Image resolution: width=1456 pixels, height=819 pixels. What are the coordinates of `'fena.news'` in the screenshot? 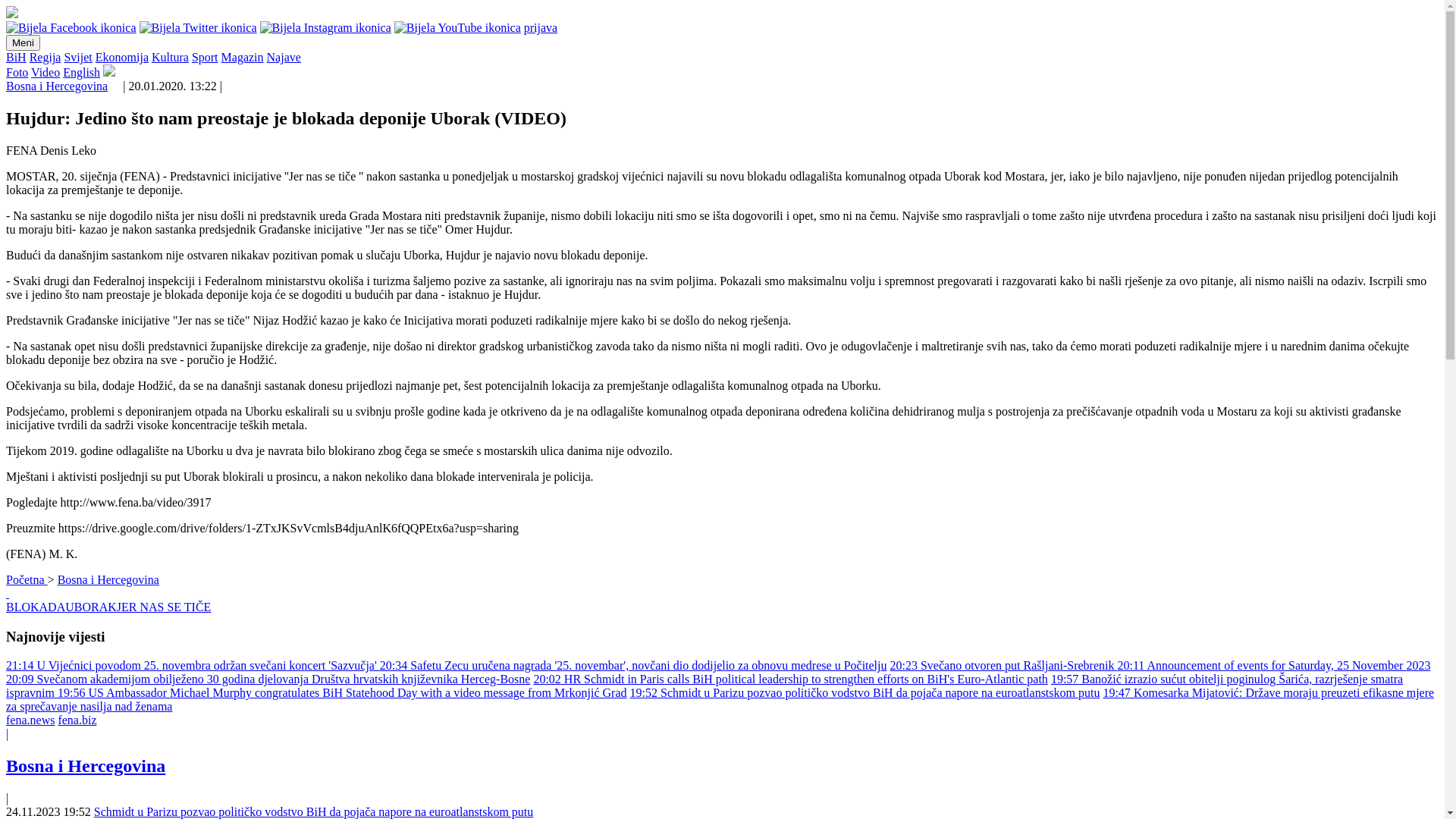 It's located at (30, 719).